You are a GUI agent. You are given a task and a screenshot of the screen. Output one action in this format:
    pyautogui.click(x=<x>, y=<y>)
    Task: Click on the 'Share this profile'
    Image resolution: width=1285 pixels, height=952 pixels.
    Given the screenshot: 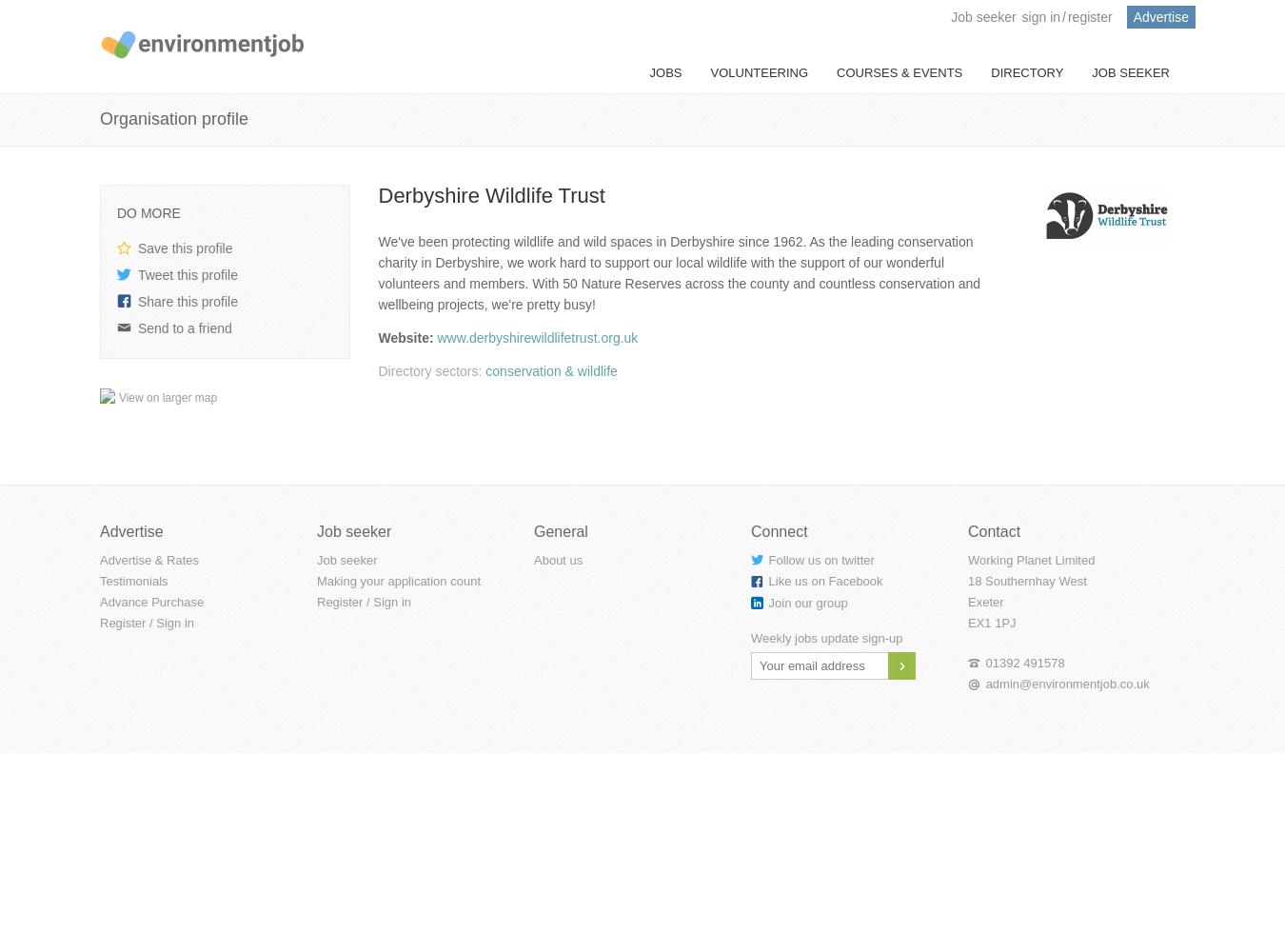 What is the action you would take?
    pyautogui.click(x=137, y=301)
    